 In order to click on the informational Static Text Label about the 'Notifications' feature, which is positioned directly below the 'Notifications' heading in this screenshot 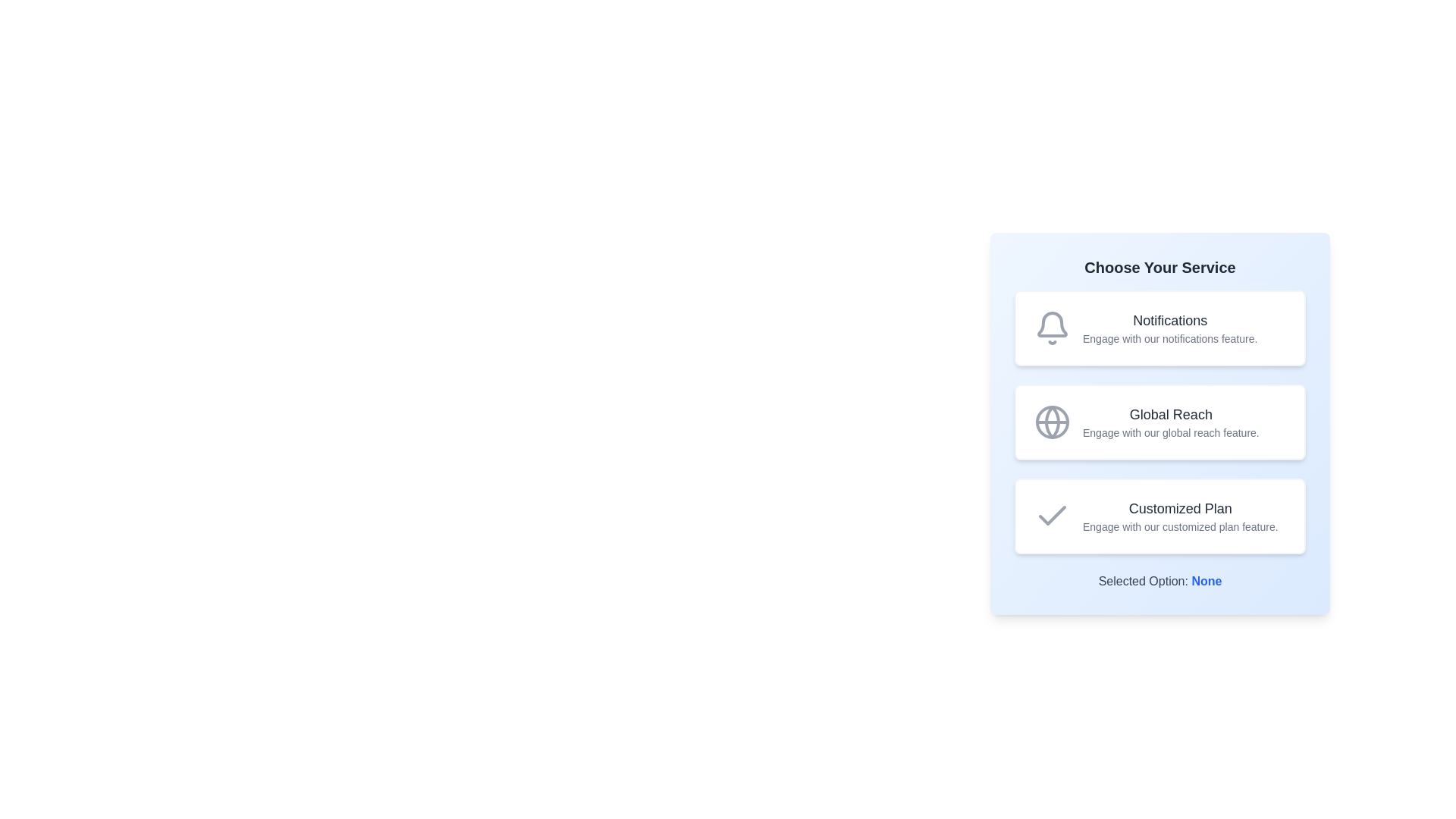, I will do `click(1169, 338)`.